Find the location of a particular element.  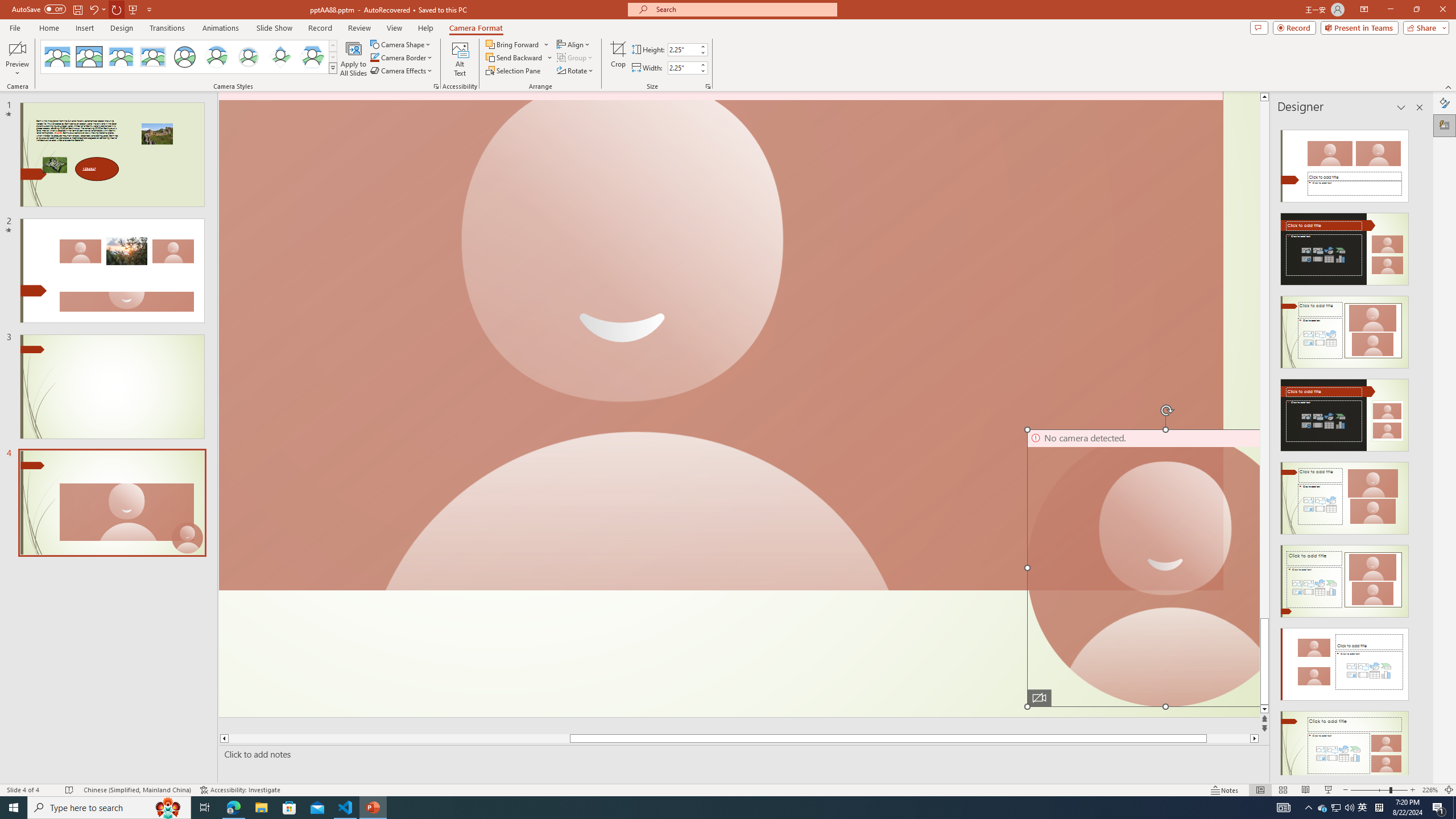

'Enable Camera Preview' is located at coordinates (16, 48).